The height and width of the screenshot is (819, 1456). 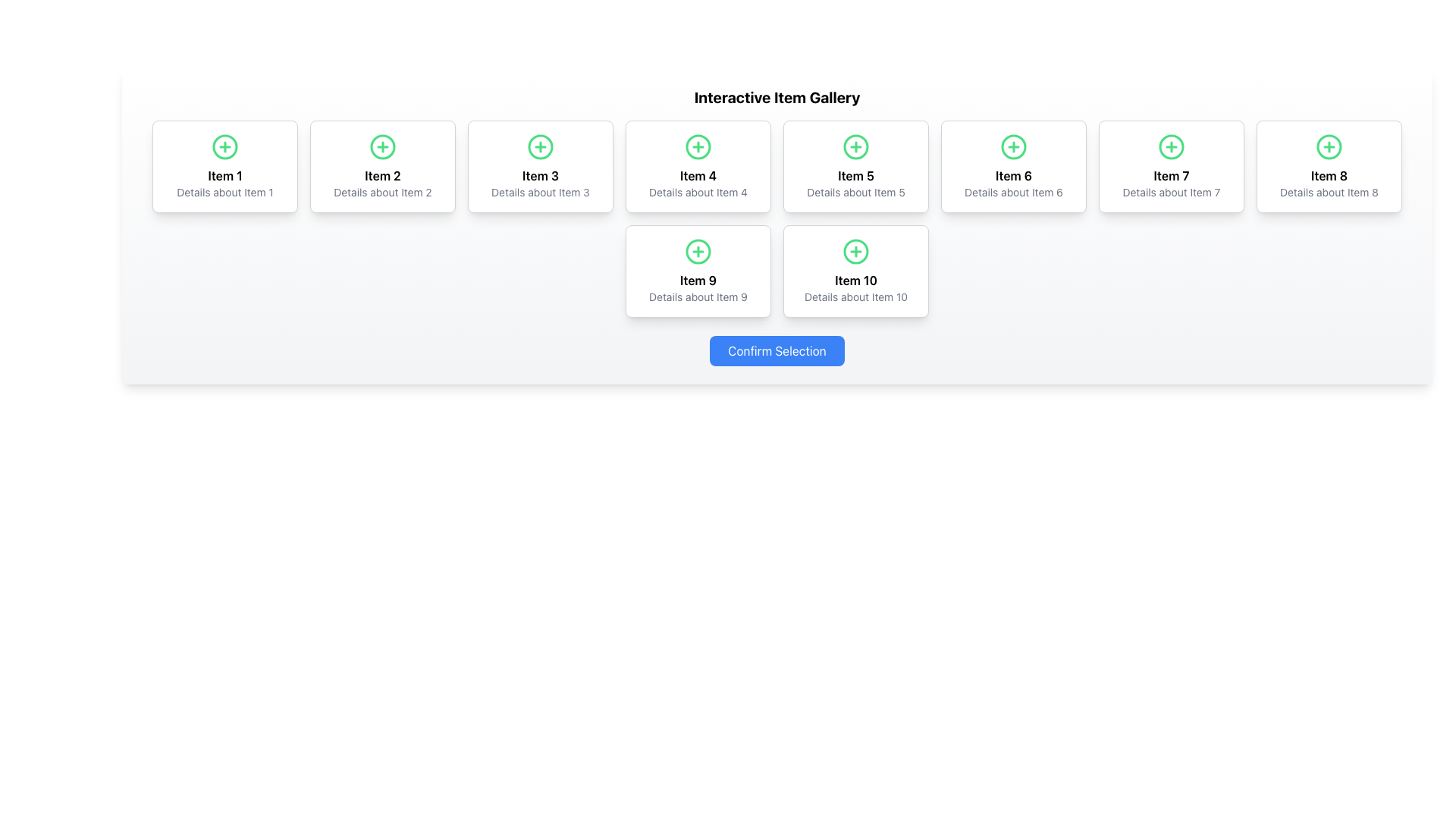 What do you see at coordinates (855, 192) in the screenshot?
I see `the descriptive text label located within the 'Item 5' card in the center column of the second row of the grid layout` at bounding box center [855, 192].